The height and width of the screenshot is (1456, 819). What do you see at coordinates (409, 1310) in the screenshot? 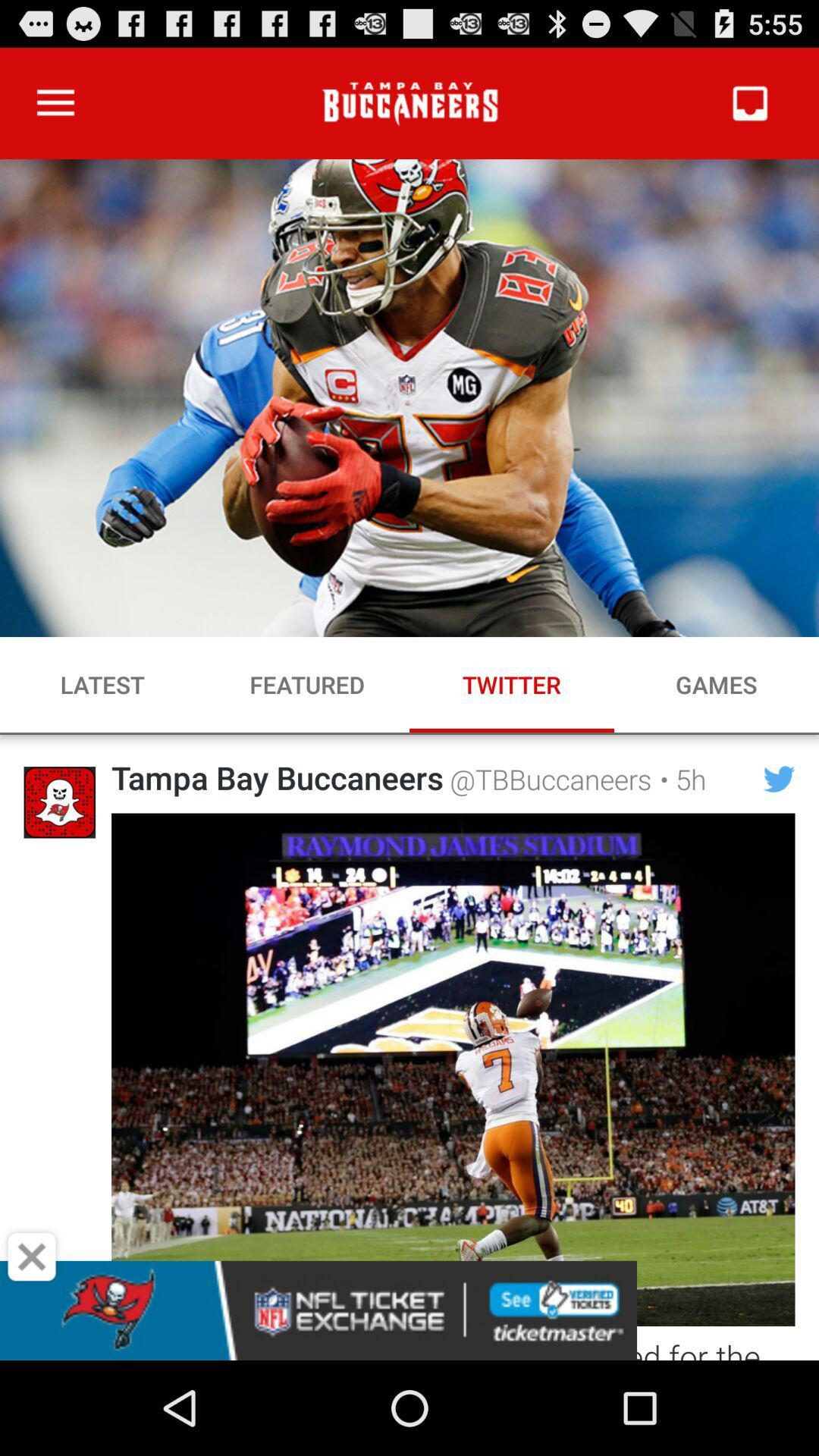
I see `view add` at bounding box center [409, 1310].